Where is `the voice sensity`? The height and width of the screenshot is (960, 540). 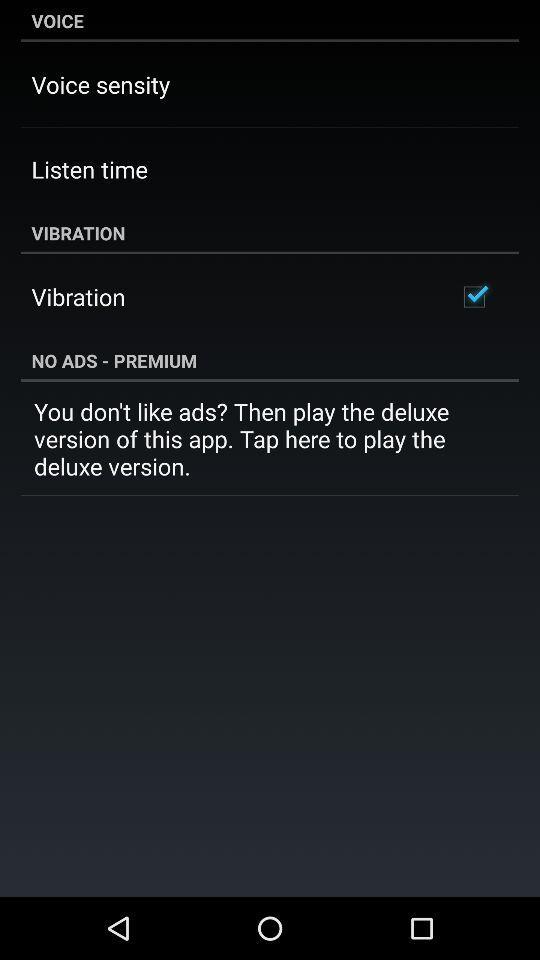 the voice sensity is located at coordinates (99, 84).